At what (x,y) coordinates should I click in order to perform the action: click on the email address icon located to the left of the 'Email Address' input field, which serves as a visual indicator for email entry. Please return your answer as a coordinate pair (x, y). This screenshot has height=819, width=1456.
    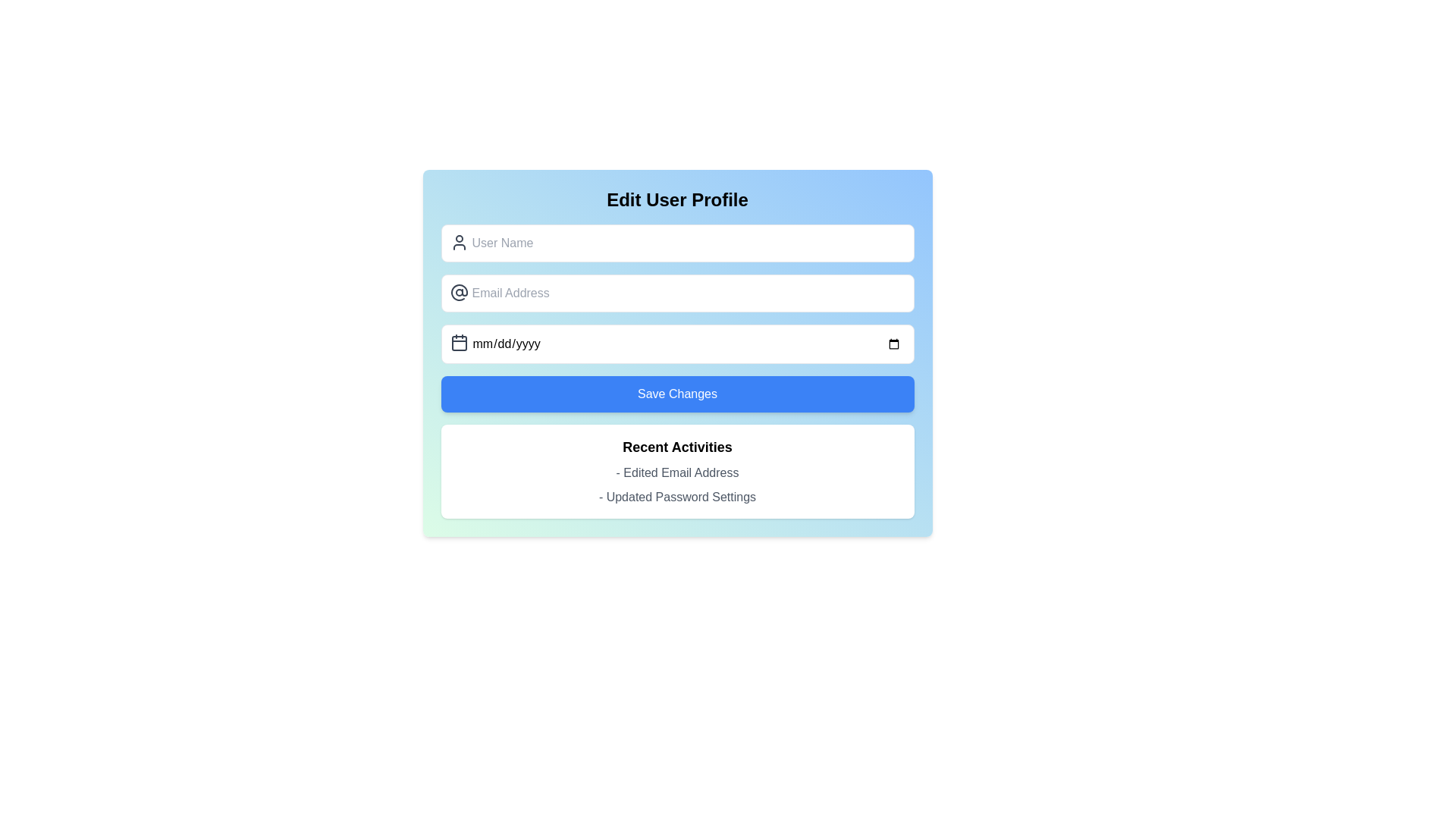
    Looking at the image, I should click on (458, 292).